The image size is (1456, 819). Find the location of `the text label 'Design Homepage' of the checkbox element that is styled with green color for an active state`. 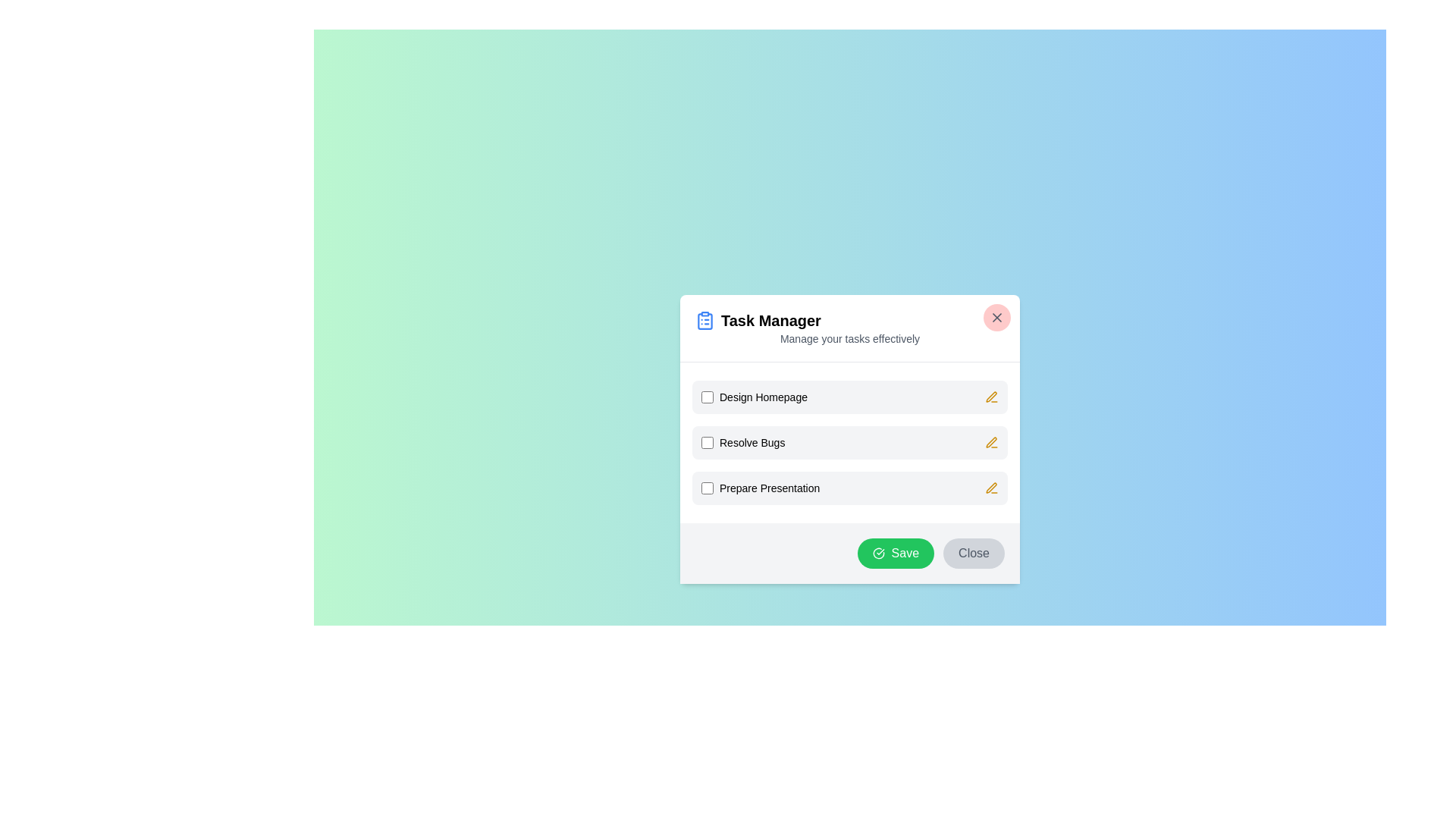

the text label 'Design Homepage' of the checkbox element that is styled with green color for an active state is located at coordinates (754, 396).